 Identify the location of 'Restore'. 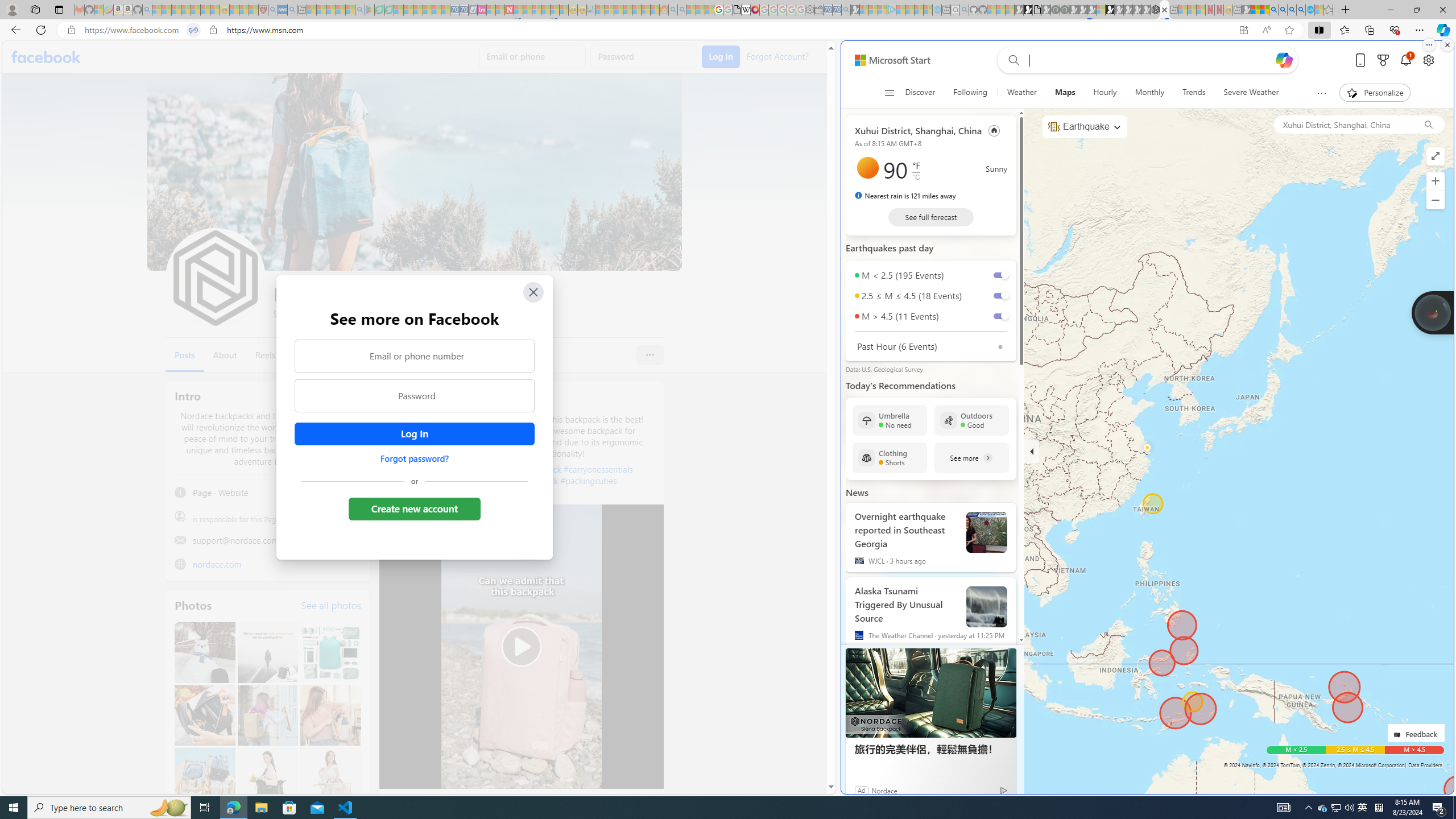
(1416, 9).